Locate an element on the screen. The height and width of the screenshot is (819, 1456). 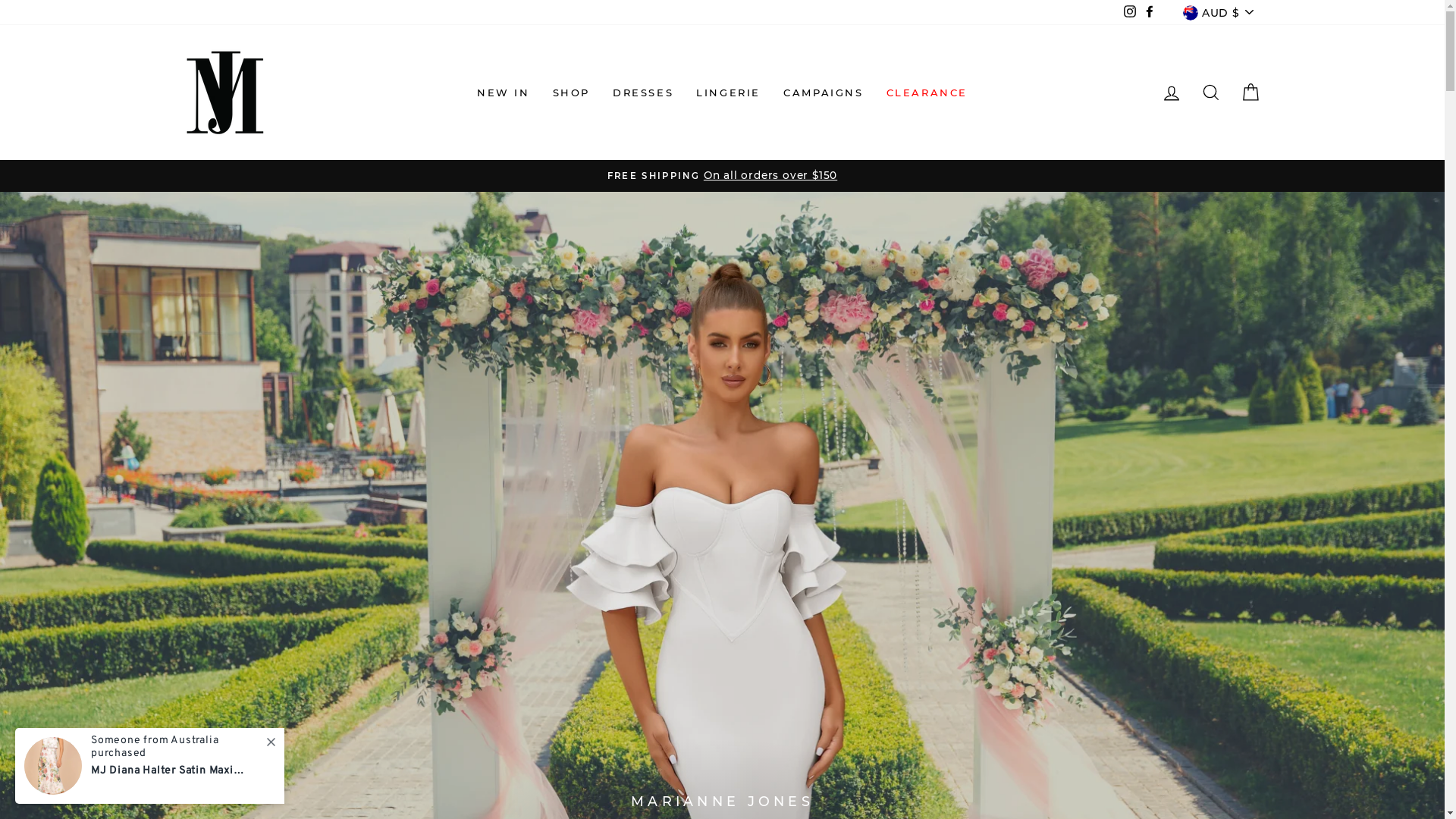
'DRESSES' is located at coordinates (643, 93).